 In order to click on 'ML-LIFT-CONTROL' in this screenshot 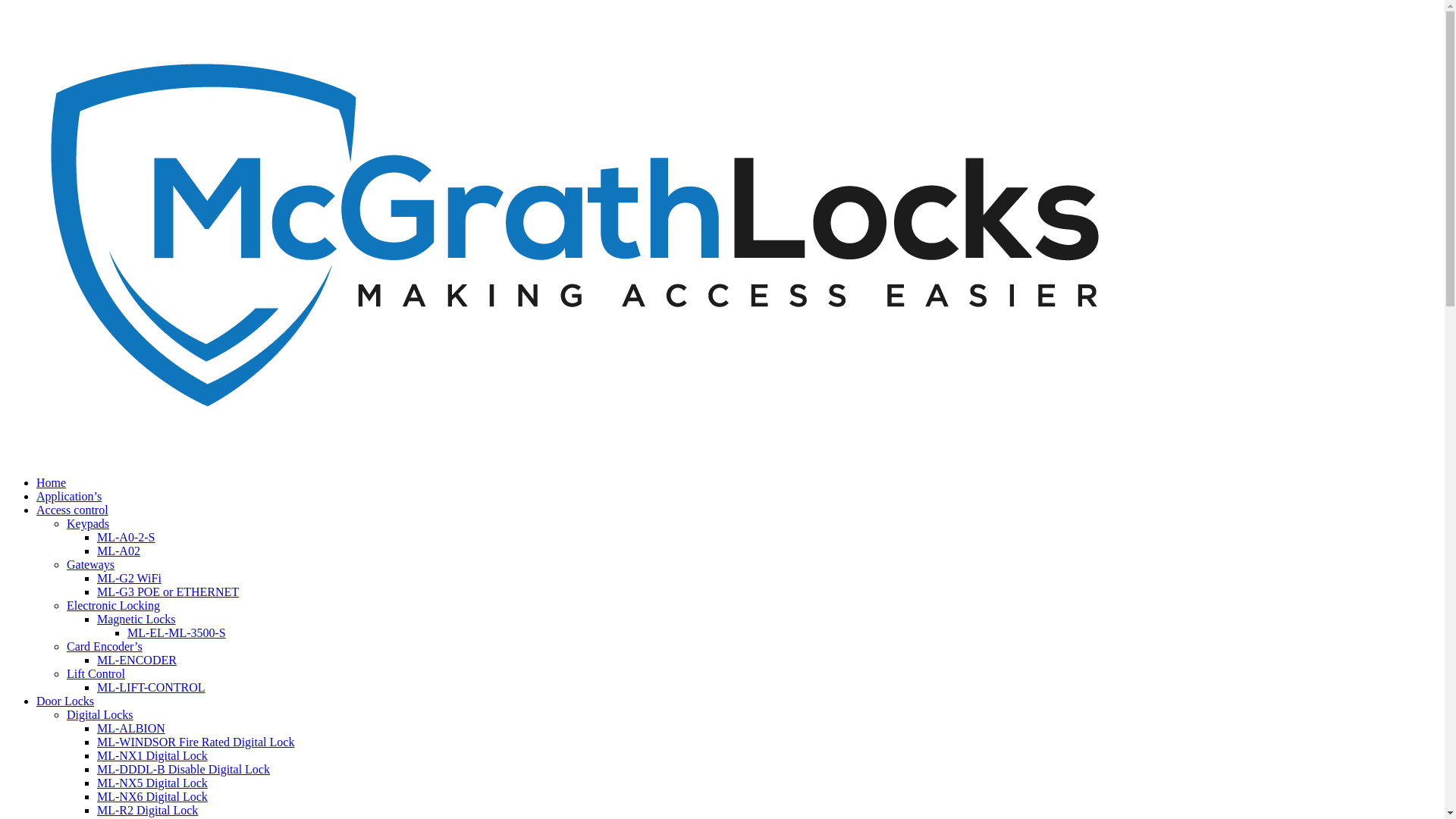, I will do `click(96, 687)`.